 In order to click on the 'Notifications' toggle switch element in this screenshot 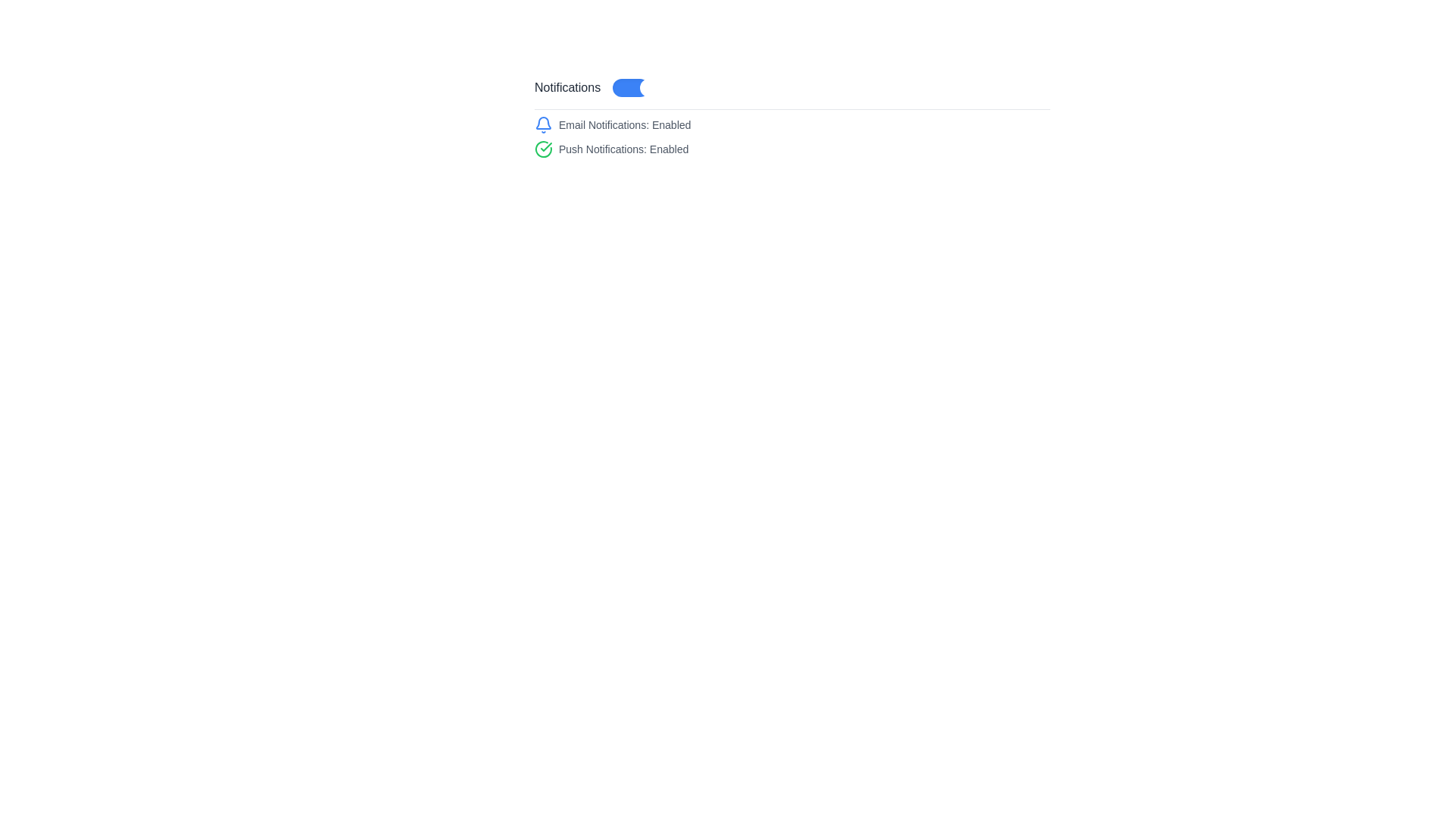, I will do `click(792, 87)`.